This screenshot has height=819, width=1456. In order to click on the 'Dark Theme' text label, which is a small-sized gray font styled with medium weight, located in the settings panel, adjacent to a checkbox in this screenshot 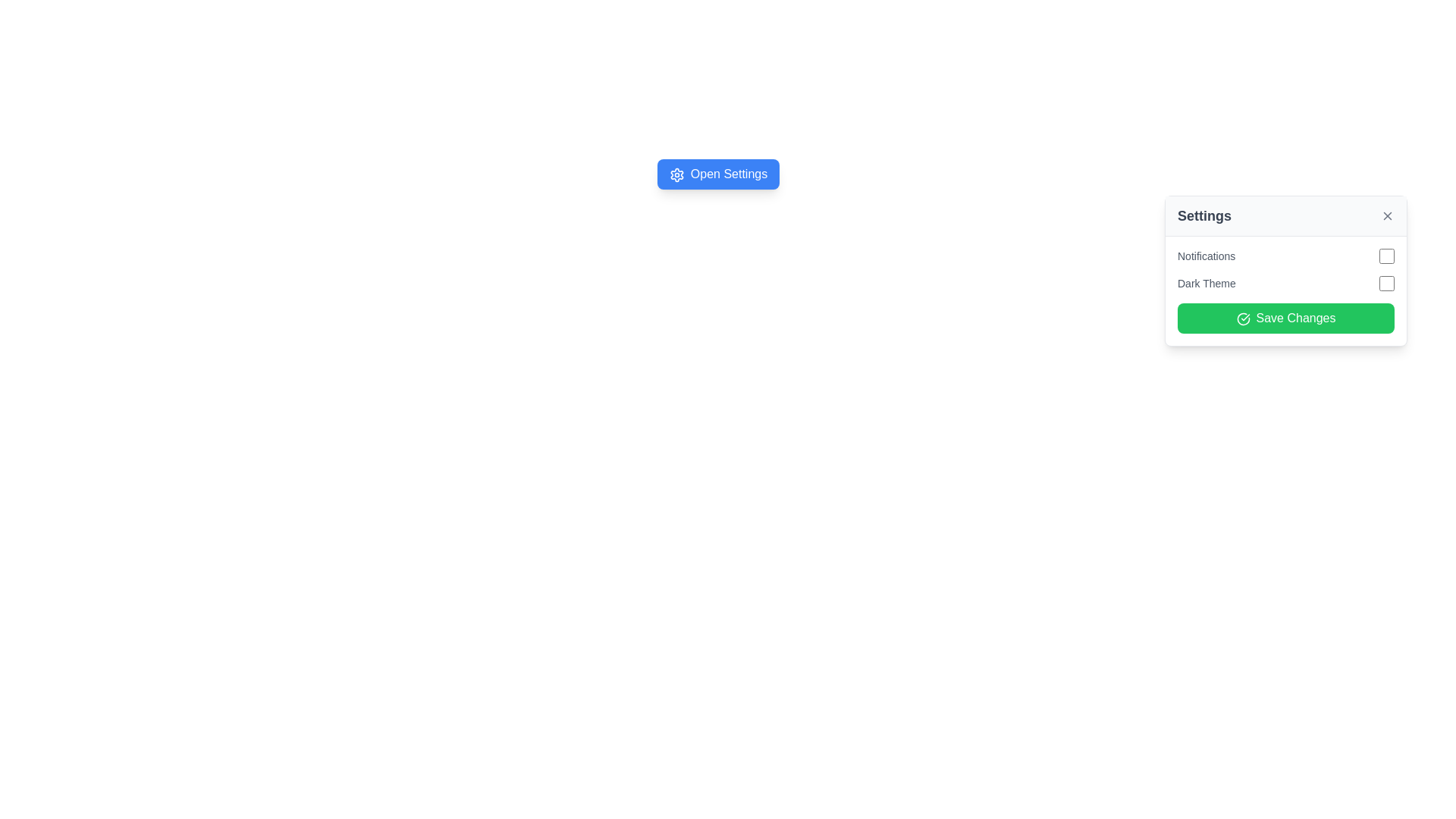, I will do `click(1206, 284)`.